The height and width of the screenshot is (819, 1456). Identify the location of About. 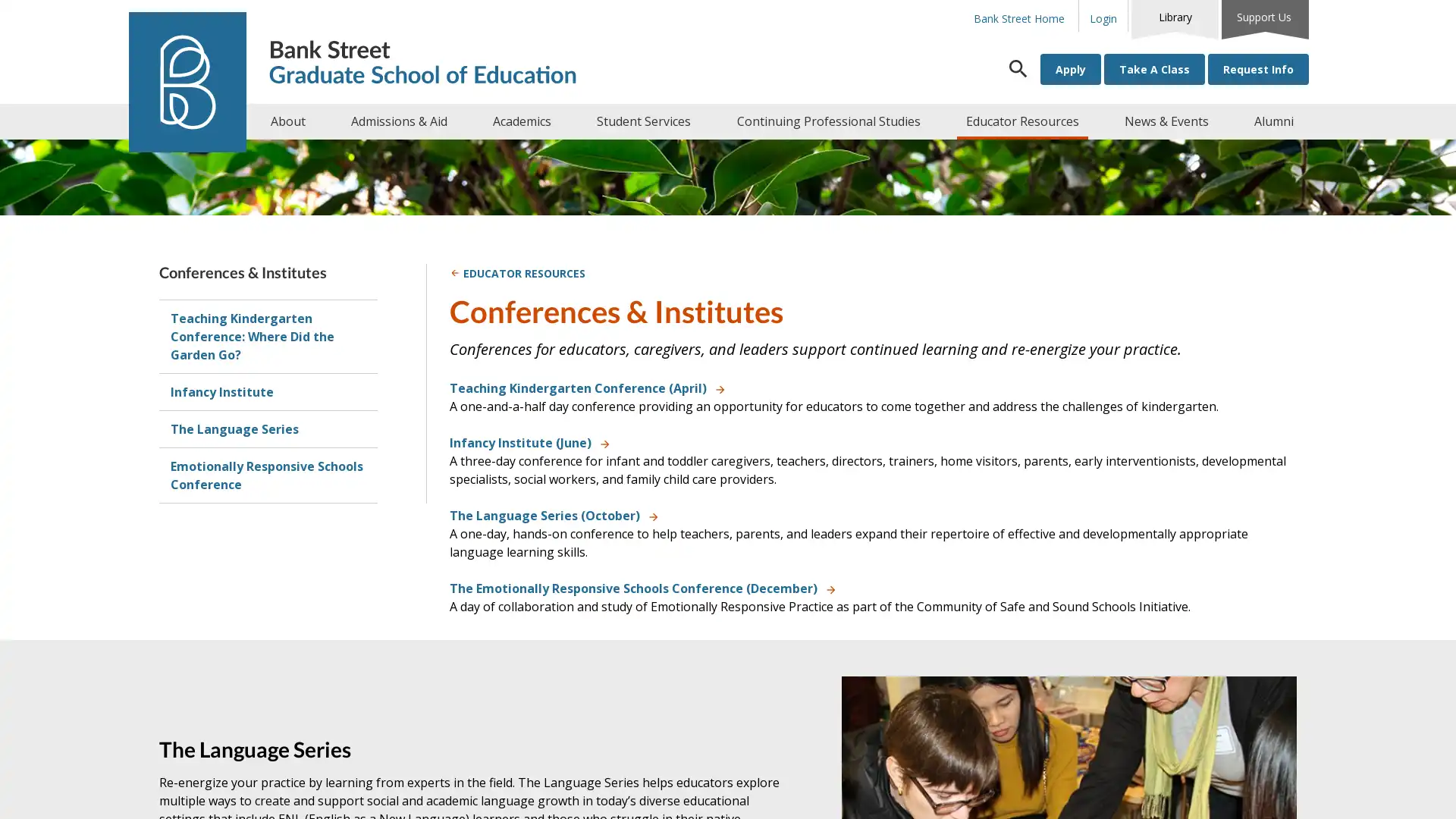
(287, 121).